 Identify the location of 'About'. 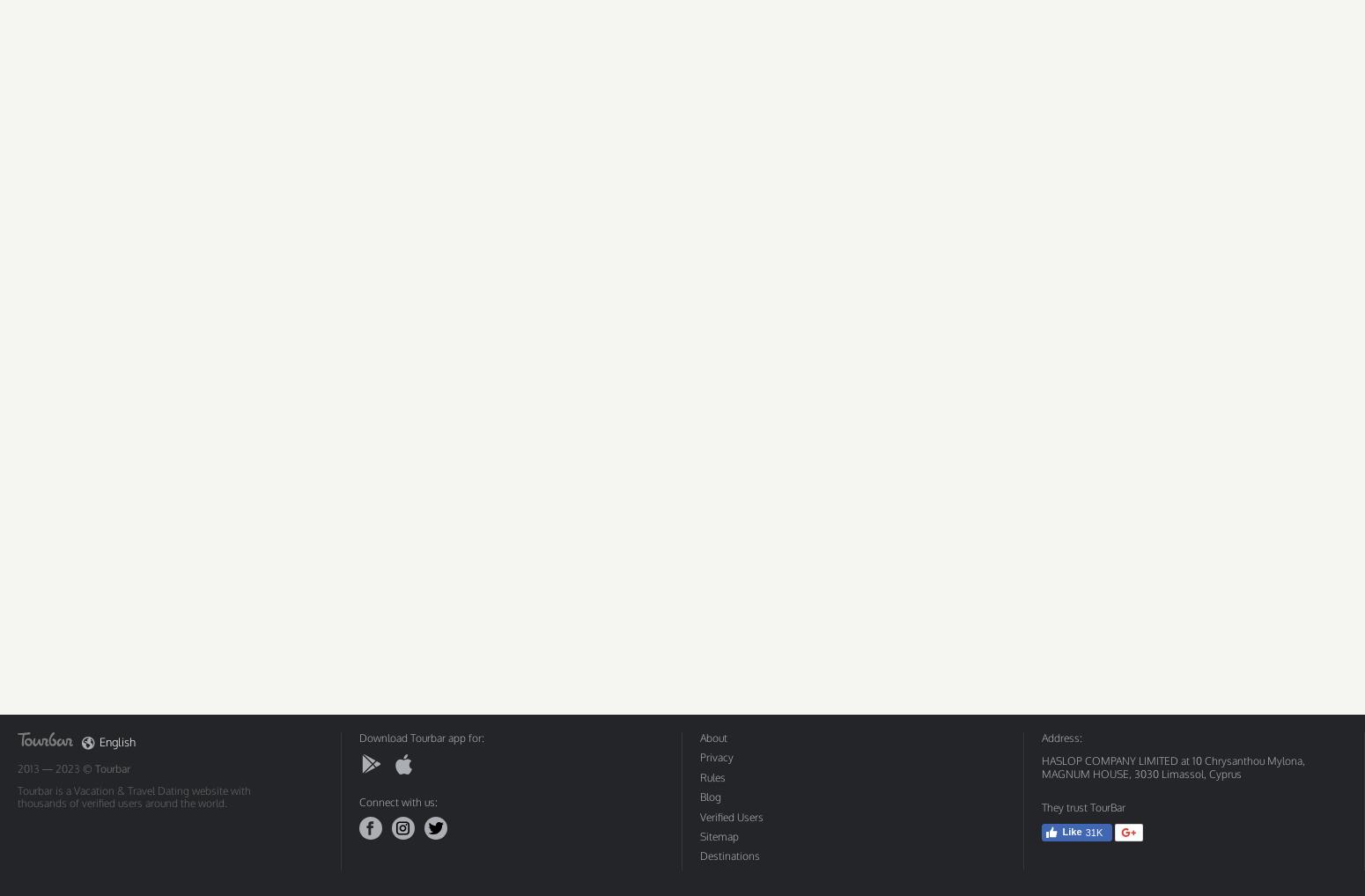
(712, 737).